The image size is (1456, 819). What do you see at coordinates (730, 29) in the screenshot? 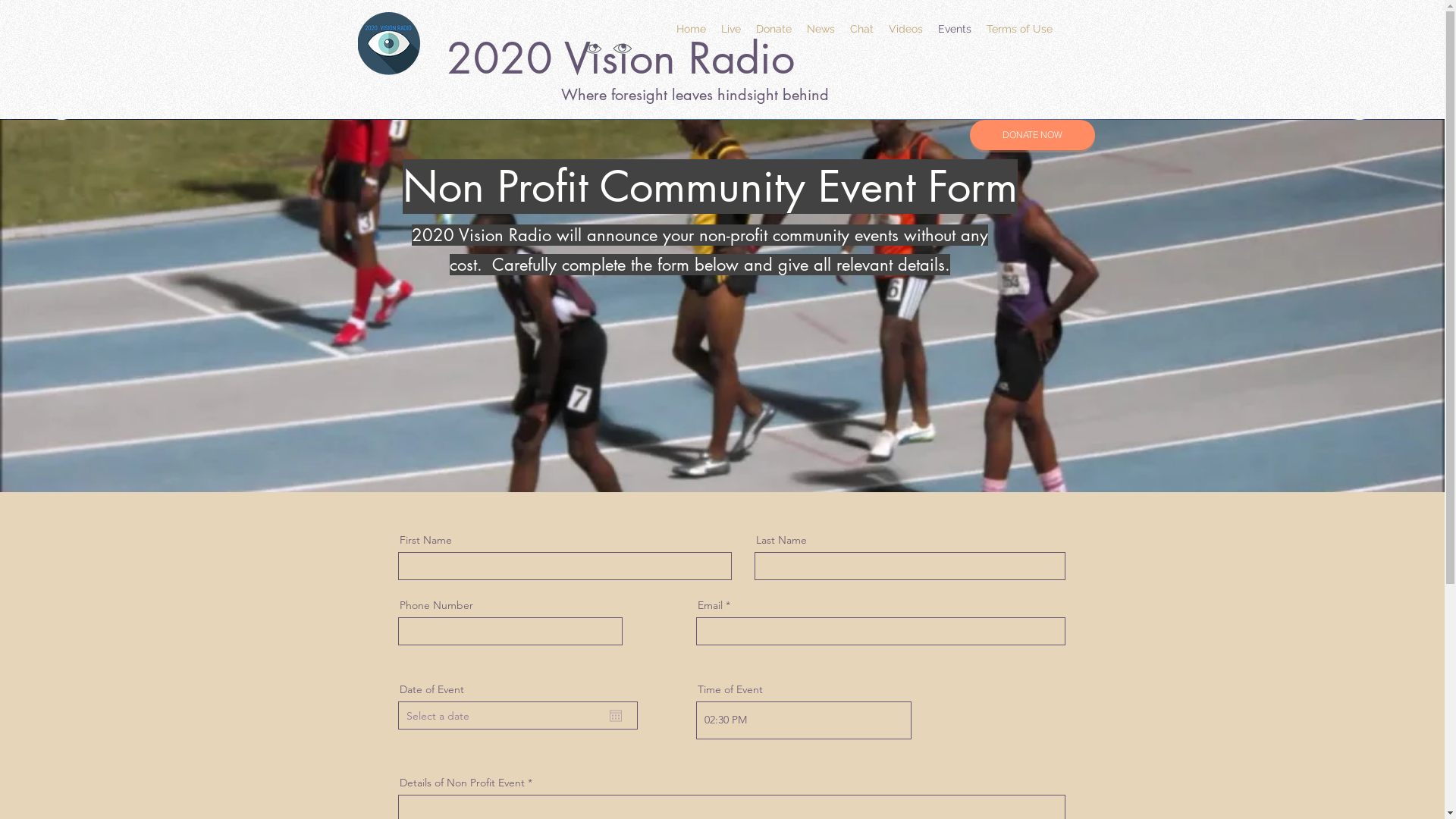
I see `'Live'` at bounding box center [730, 29].